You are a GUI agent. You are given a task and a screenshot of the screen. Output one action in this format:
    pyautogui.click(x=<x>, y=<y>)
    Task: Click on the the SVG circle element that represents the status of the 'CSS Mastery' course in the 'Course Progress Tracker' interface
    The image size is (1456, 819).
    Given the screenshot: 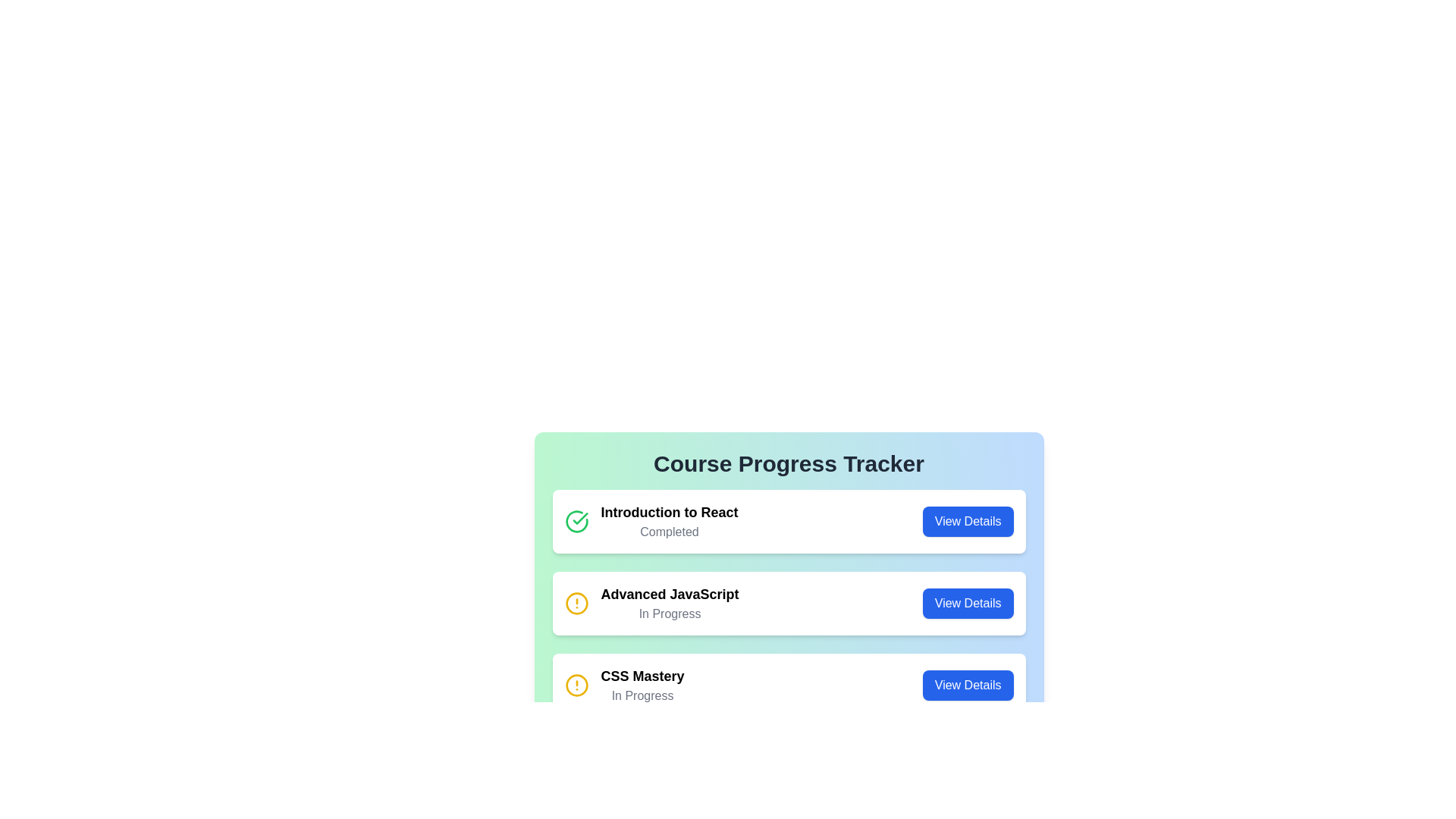 What is the action you would take?
    pyautogui.click(x=576, y=685)
    